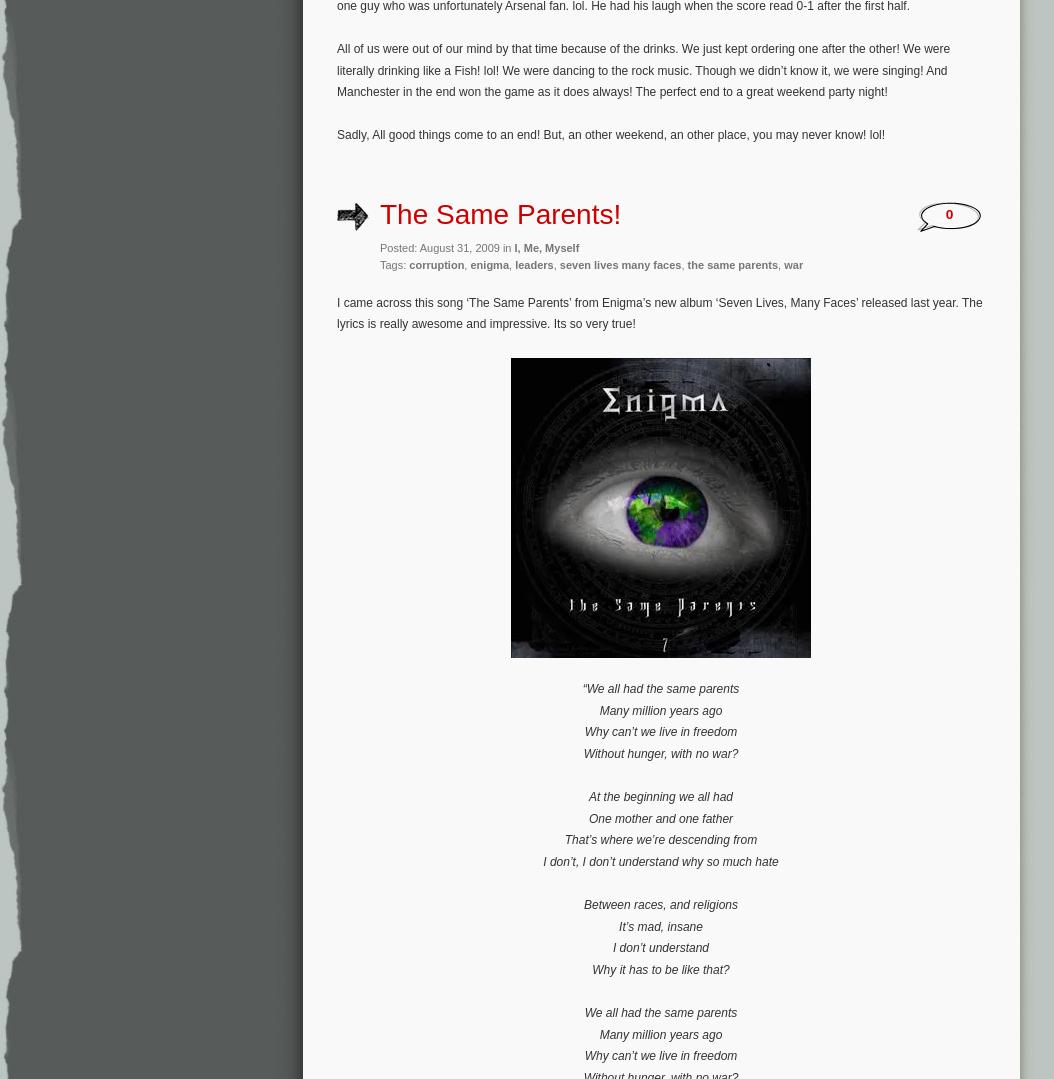 This screenshot has width=1054, height=1079. What do you see at coordinates (587, 795) in the screenshot?
I see `'At the beginning we all had'` at bounding box center [587, 795].